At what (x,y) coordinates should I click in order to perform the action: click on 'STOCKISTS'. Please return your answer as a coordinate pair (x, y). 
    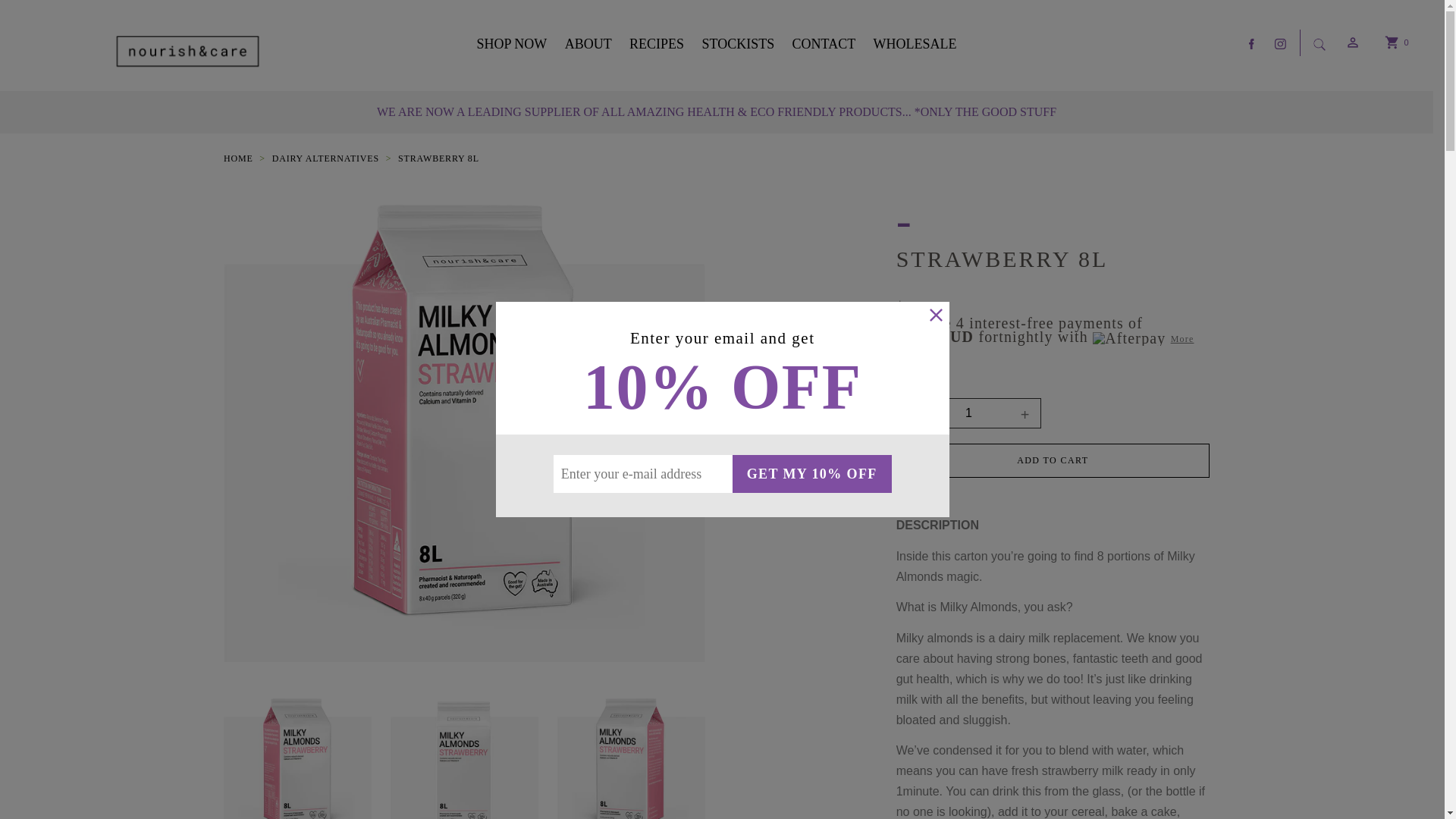
    Looking at the image, I should click on (741, 43).